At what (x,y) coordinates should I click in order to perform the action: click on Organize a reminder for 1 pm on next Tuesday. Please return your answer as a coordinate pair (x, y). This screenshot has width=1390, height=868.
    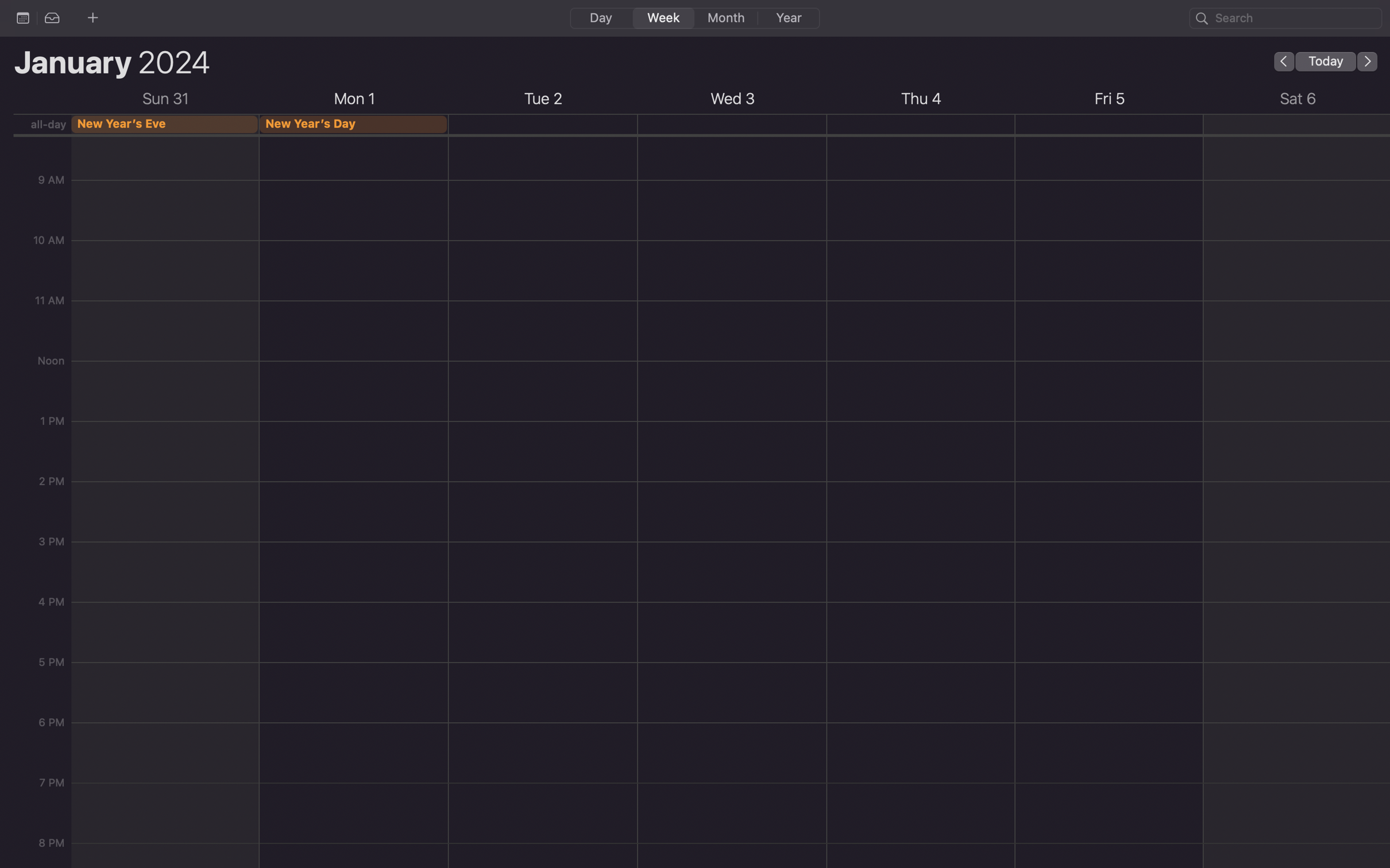
    Looking at the image, I should click on (542, 560).